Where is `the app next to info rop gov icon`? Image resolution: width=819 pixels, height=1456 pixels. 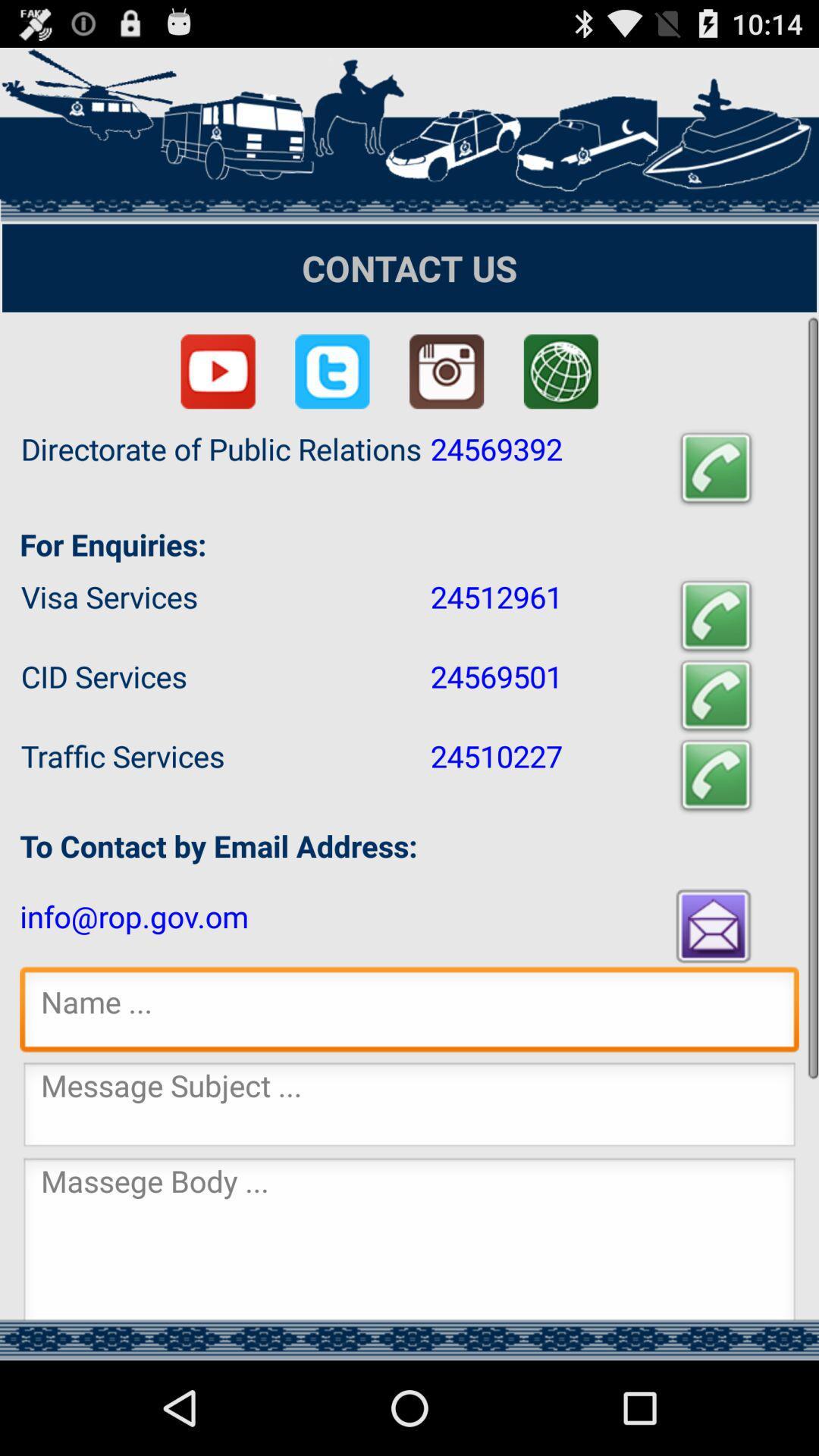 the app next to info rop gov icon is located at coordinates (715, 924).